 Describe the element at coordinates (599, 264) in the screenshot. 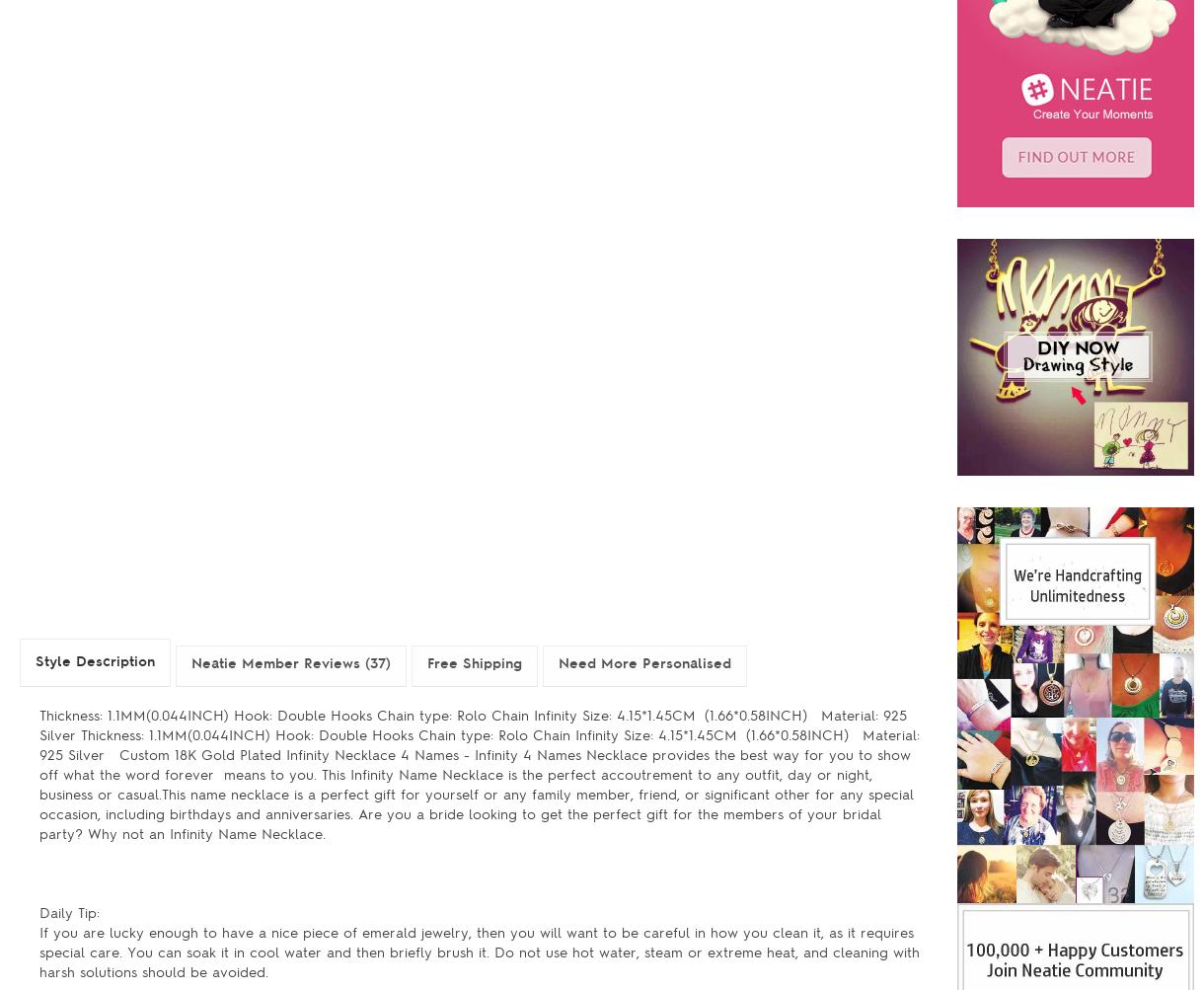

I see `'Dec.-Blue Topaz'` at that location.